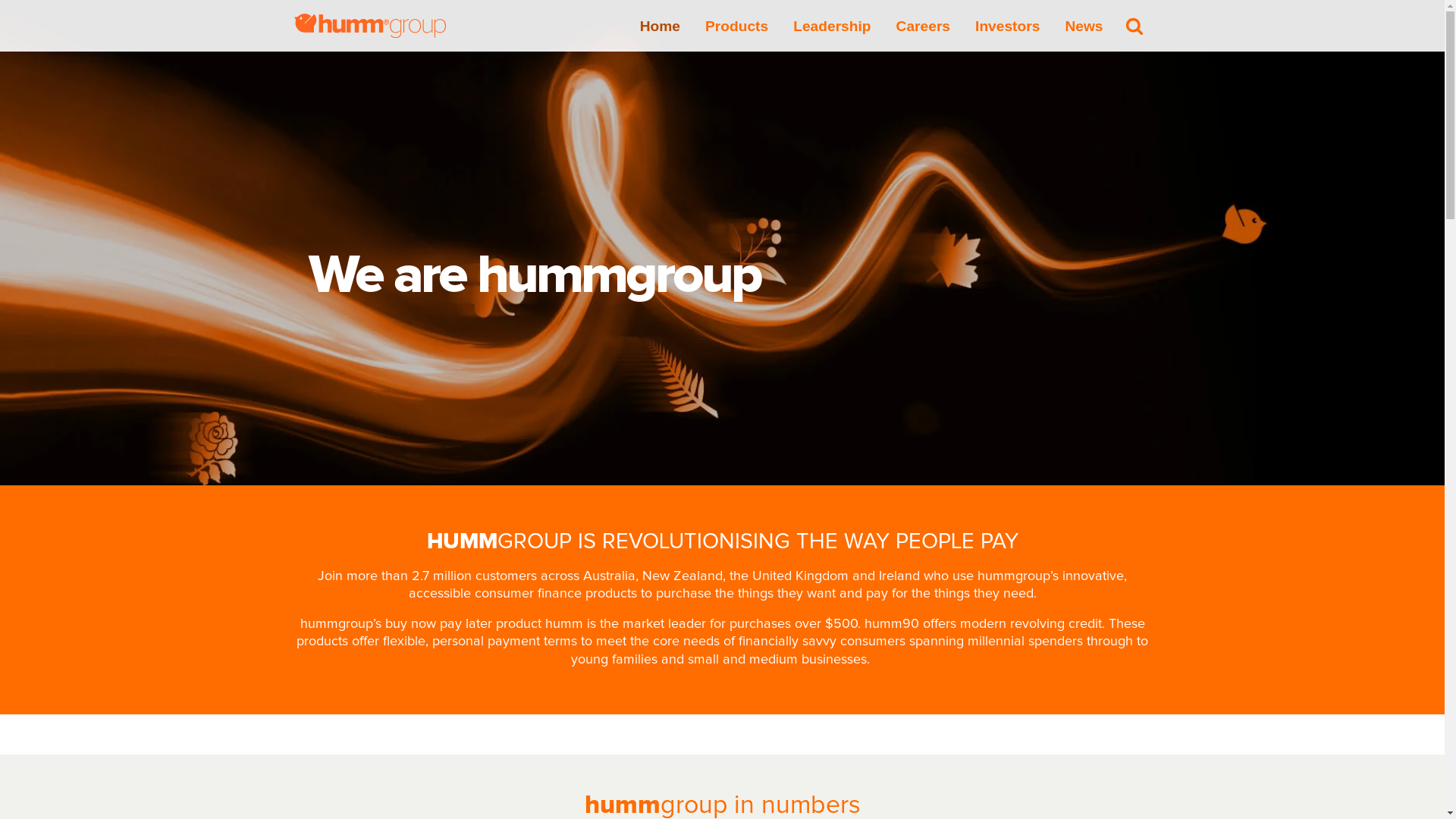 This screenshot has width=1456, height=819. I want to click on 'News', so click(1083, 25).